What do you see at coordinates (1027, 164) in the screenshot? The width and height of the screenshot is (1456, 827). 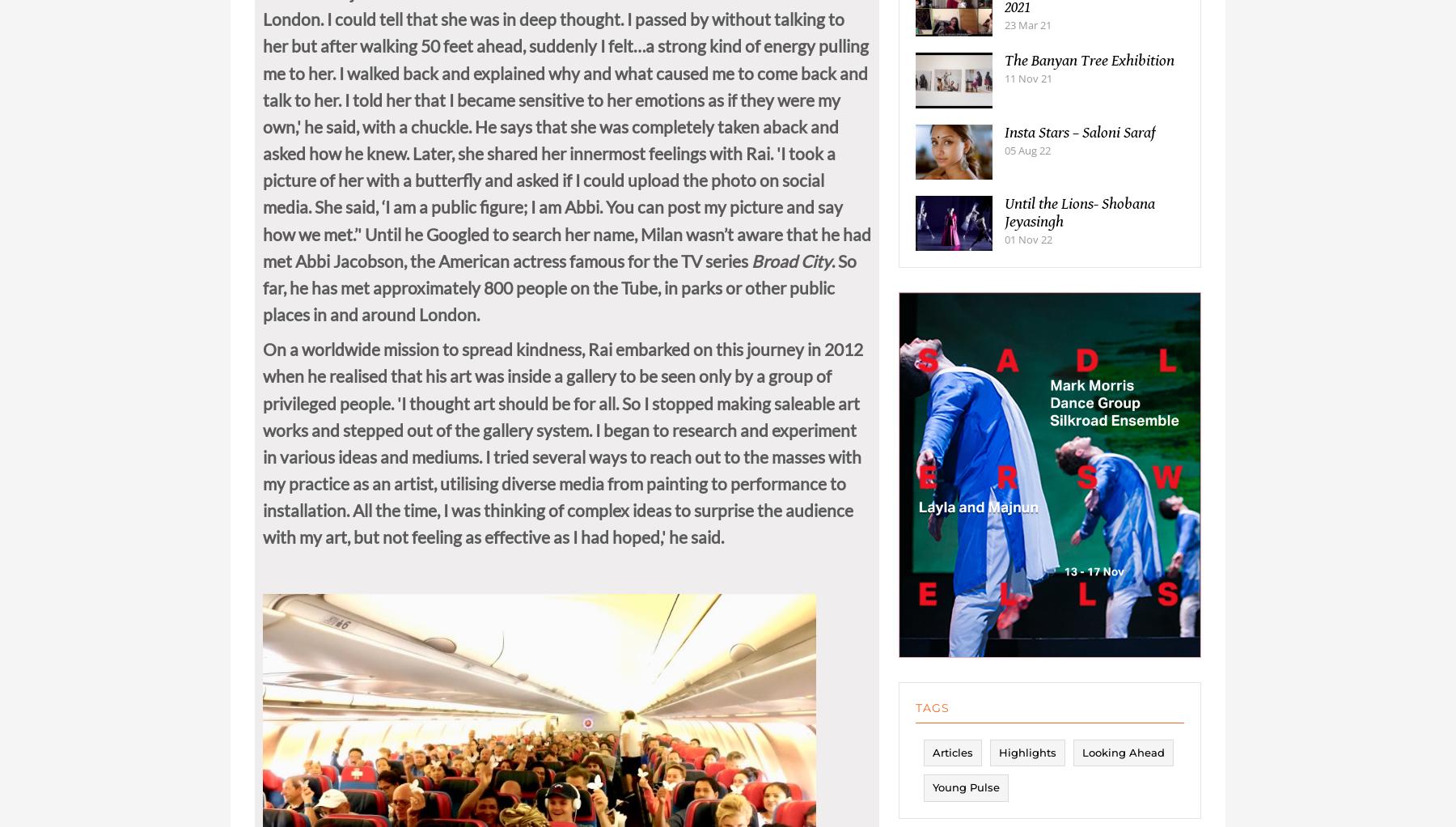 I see `'05 Aug 22'` at bounding box center [1027, 164].